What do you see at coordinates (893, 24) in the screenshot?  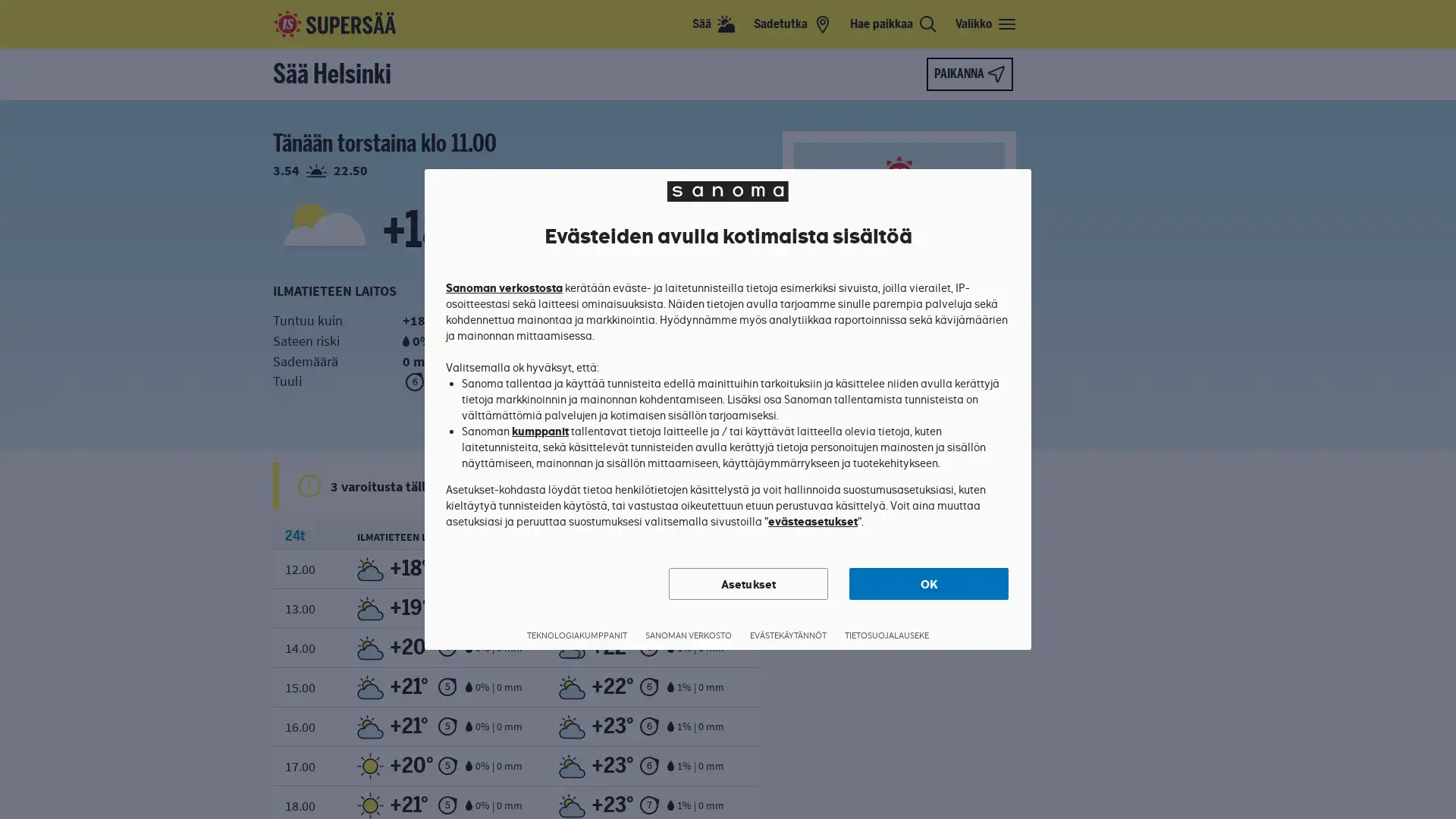 I see `Hae paikkaa` at bounding box center [893, 24].